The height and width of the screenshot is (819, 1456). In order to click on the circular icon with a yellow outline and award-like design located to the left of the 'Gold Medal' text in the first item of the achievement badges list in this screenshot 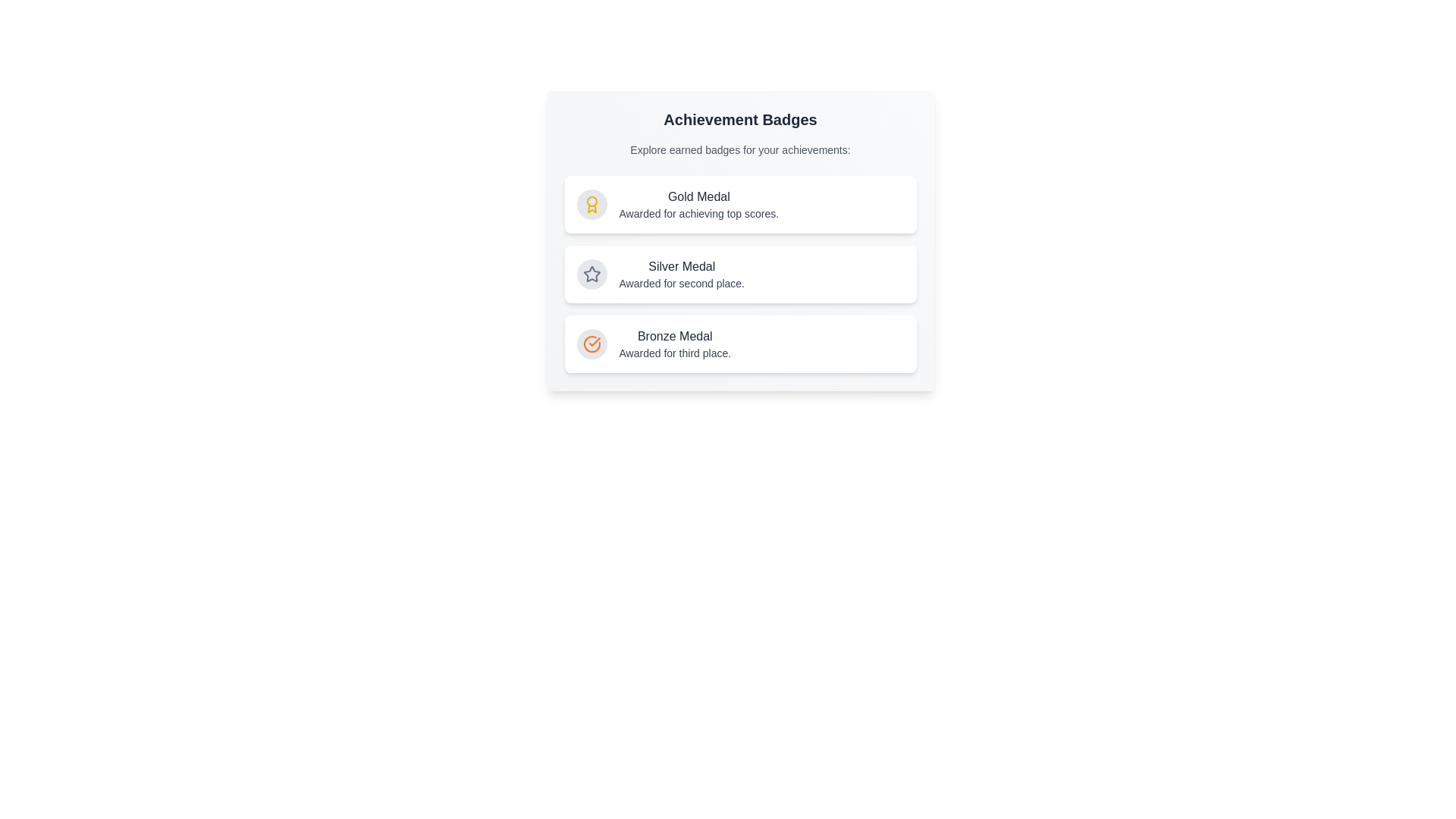, I will do `click(591, 205)`.